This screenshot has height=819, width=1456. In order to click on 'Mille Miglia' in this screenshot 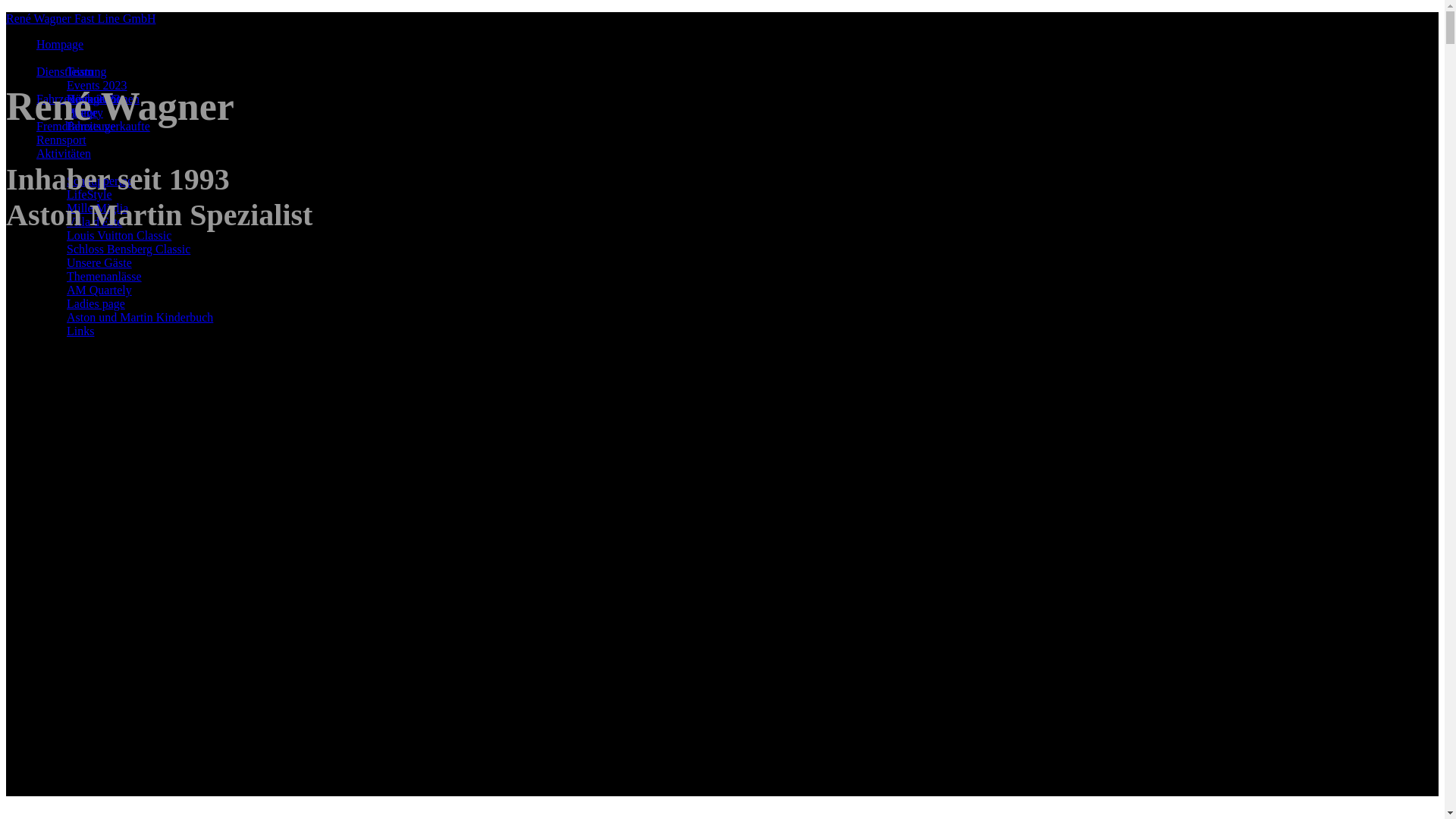, I will do `click(96, 208)`.